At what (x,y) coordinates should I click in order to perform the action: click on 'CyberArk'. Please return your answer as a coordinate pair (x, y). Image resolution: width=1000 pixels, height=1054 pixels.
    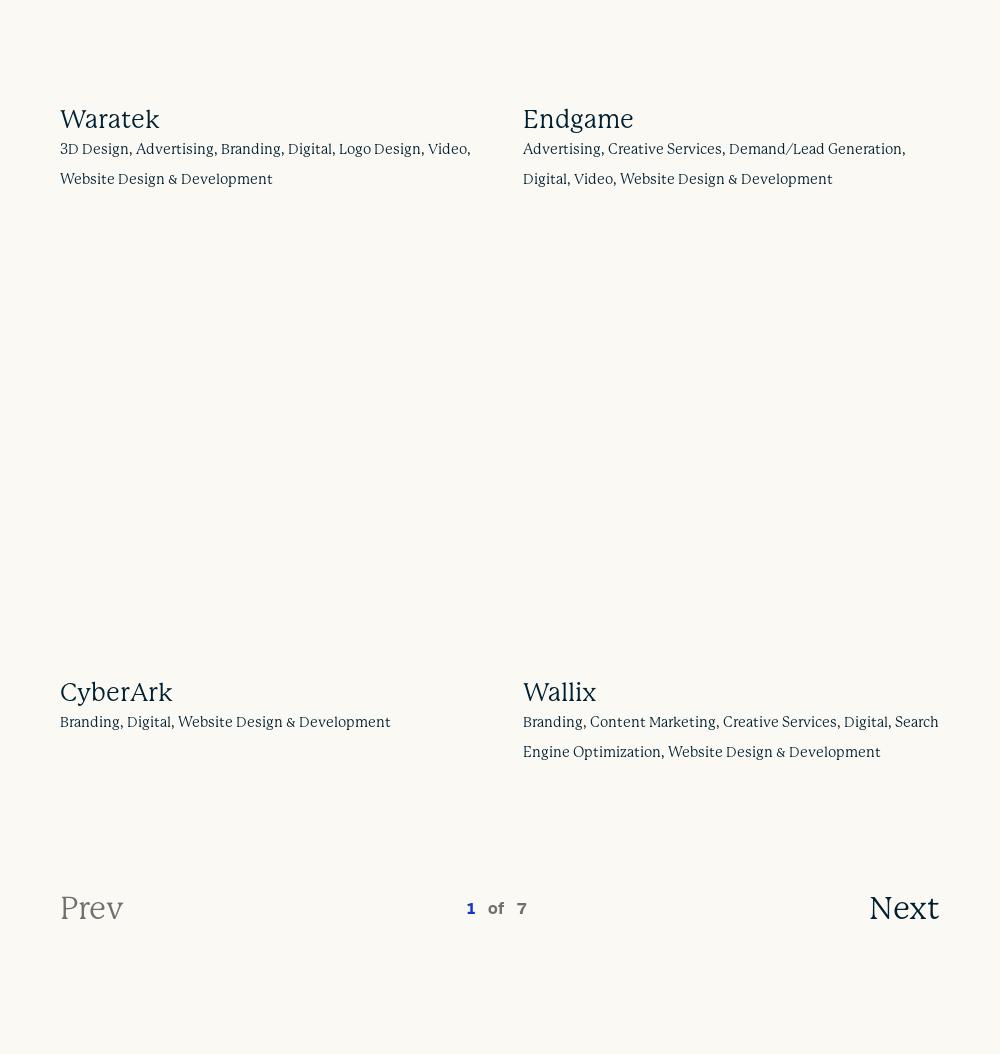
    Looking at the image, I should click on (115, 690).